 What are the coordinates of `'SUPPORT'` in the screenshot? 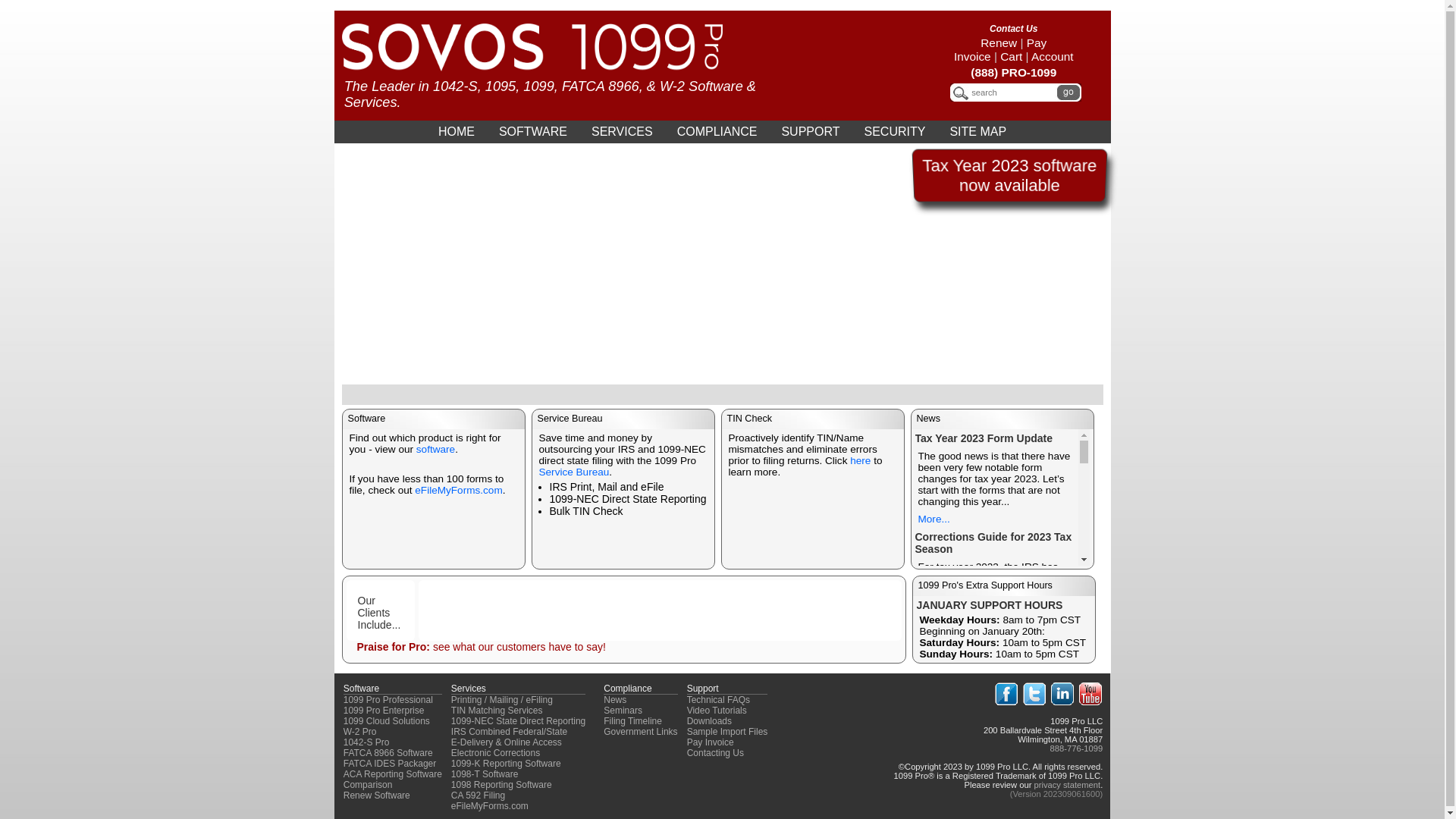 It's located at (809, 130).